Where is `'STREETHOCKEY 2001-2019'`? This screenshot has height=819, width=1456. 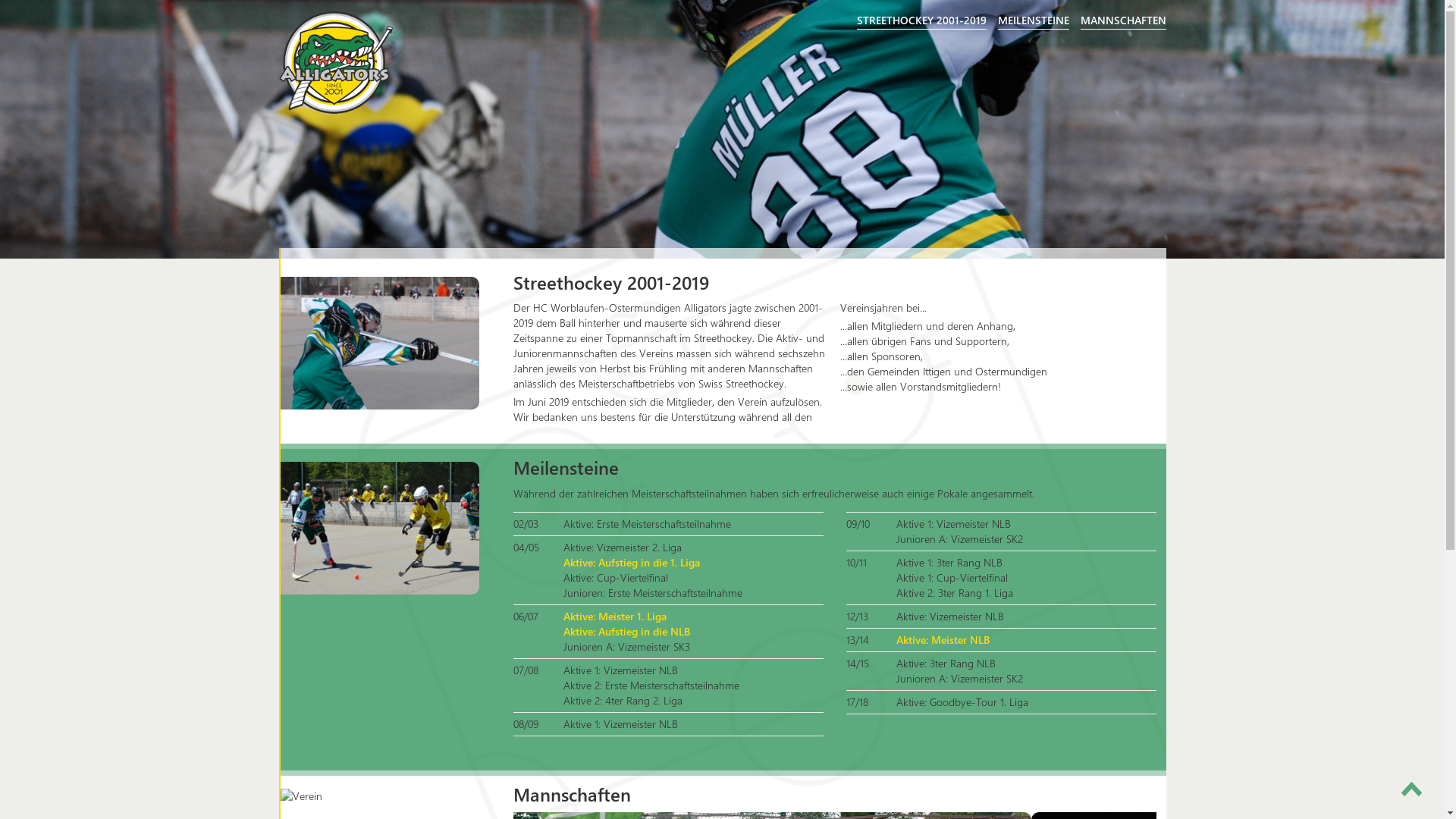
'STREETHOCKEY 2001-2019' is located at coordinates (921, 20).